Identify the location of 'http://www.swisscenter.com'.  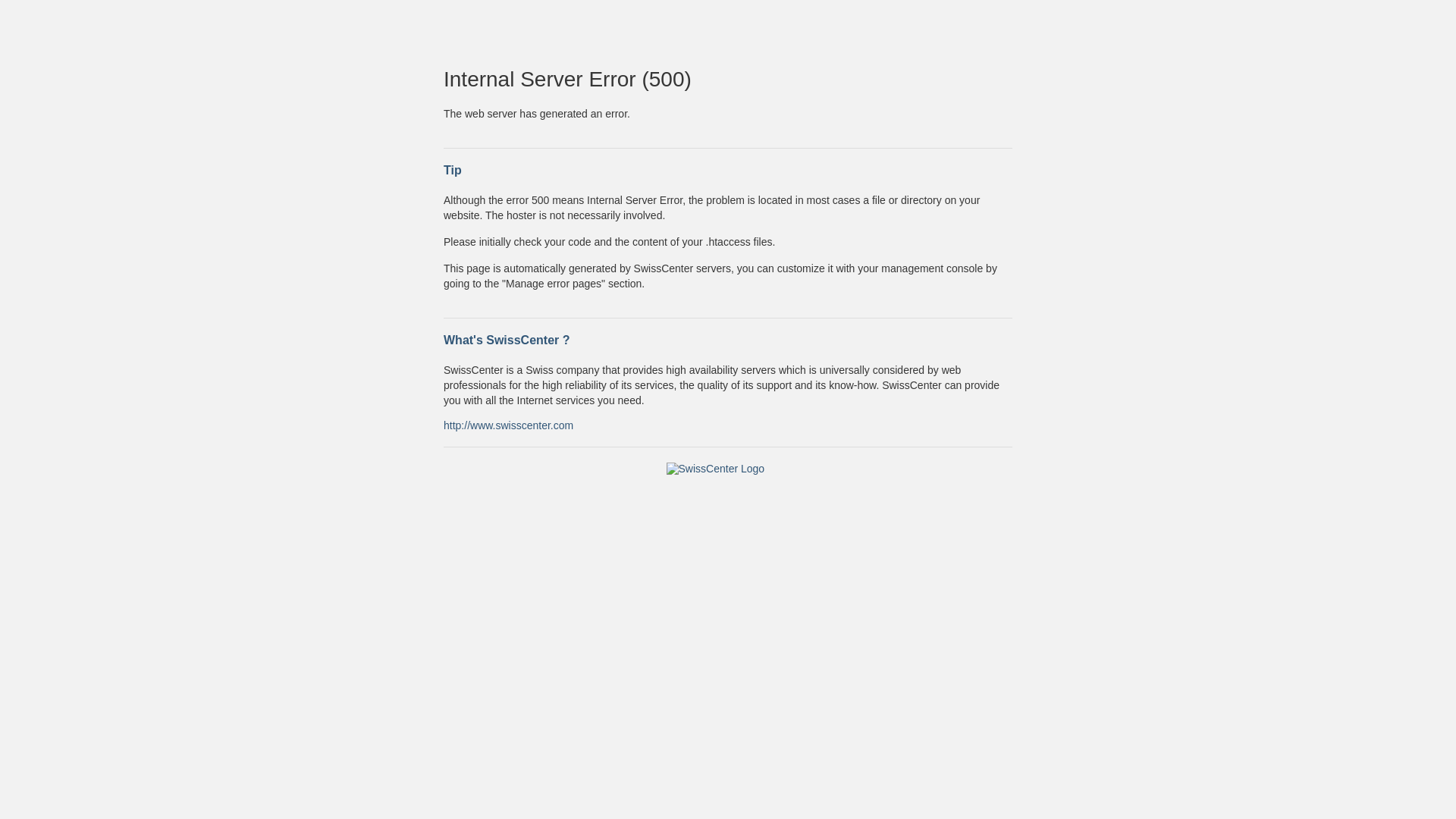
(443, 424).